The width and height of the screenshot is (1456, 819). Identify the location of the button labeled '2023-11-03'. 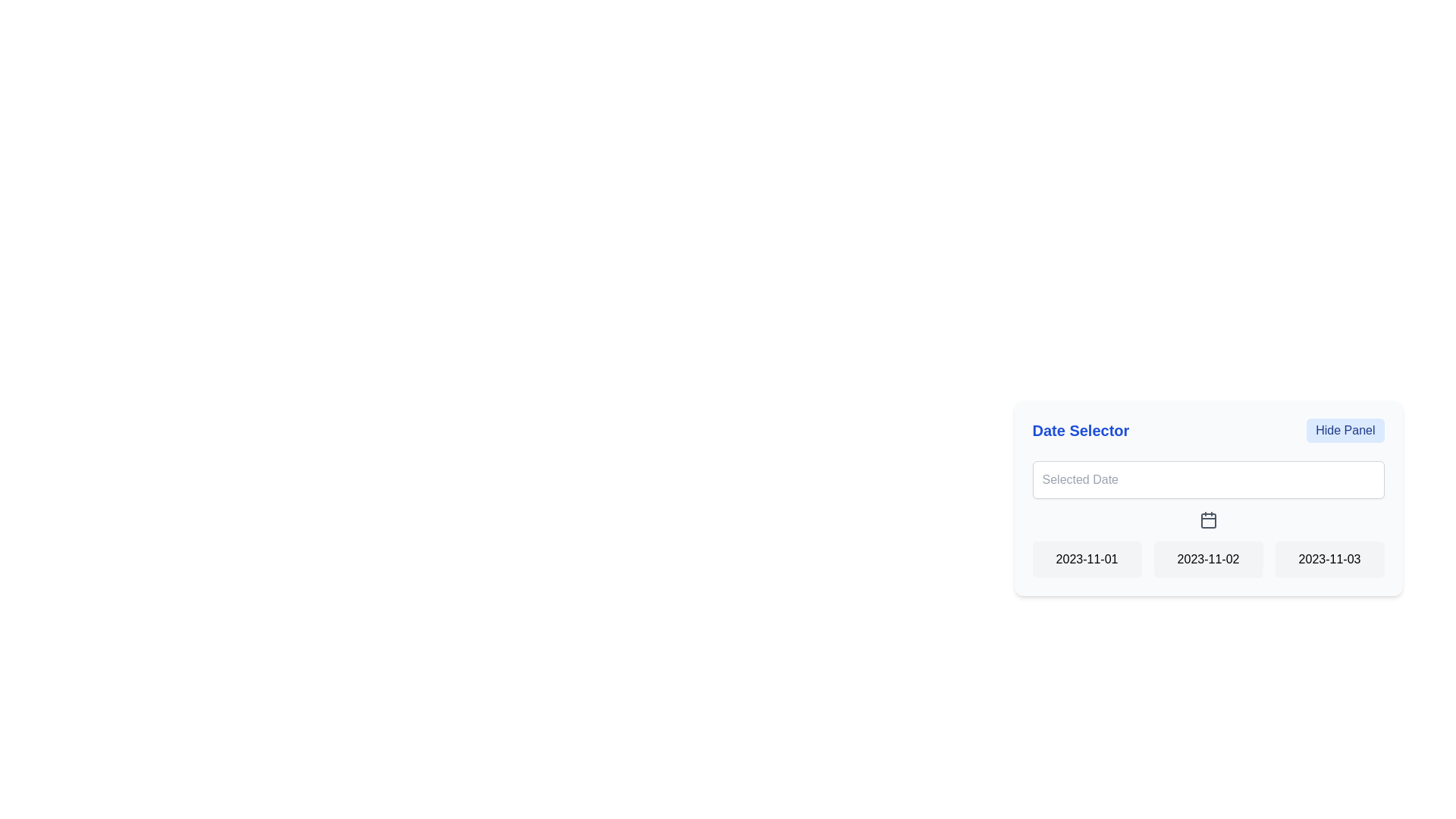
(1329, 559).